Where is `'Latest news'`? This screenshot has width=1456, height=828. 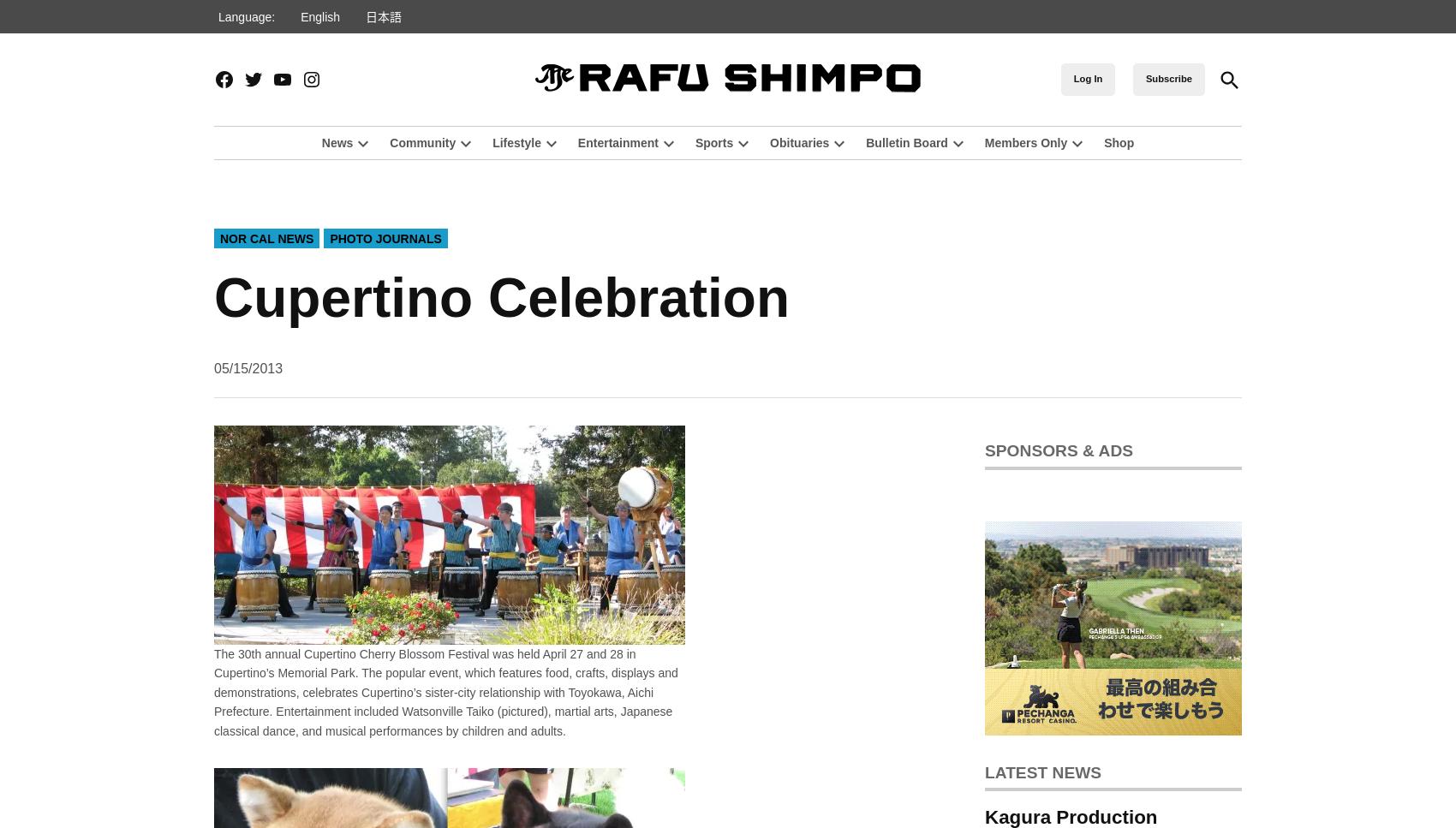 'Latest news' is located at coordinates (985, 771).